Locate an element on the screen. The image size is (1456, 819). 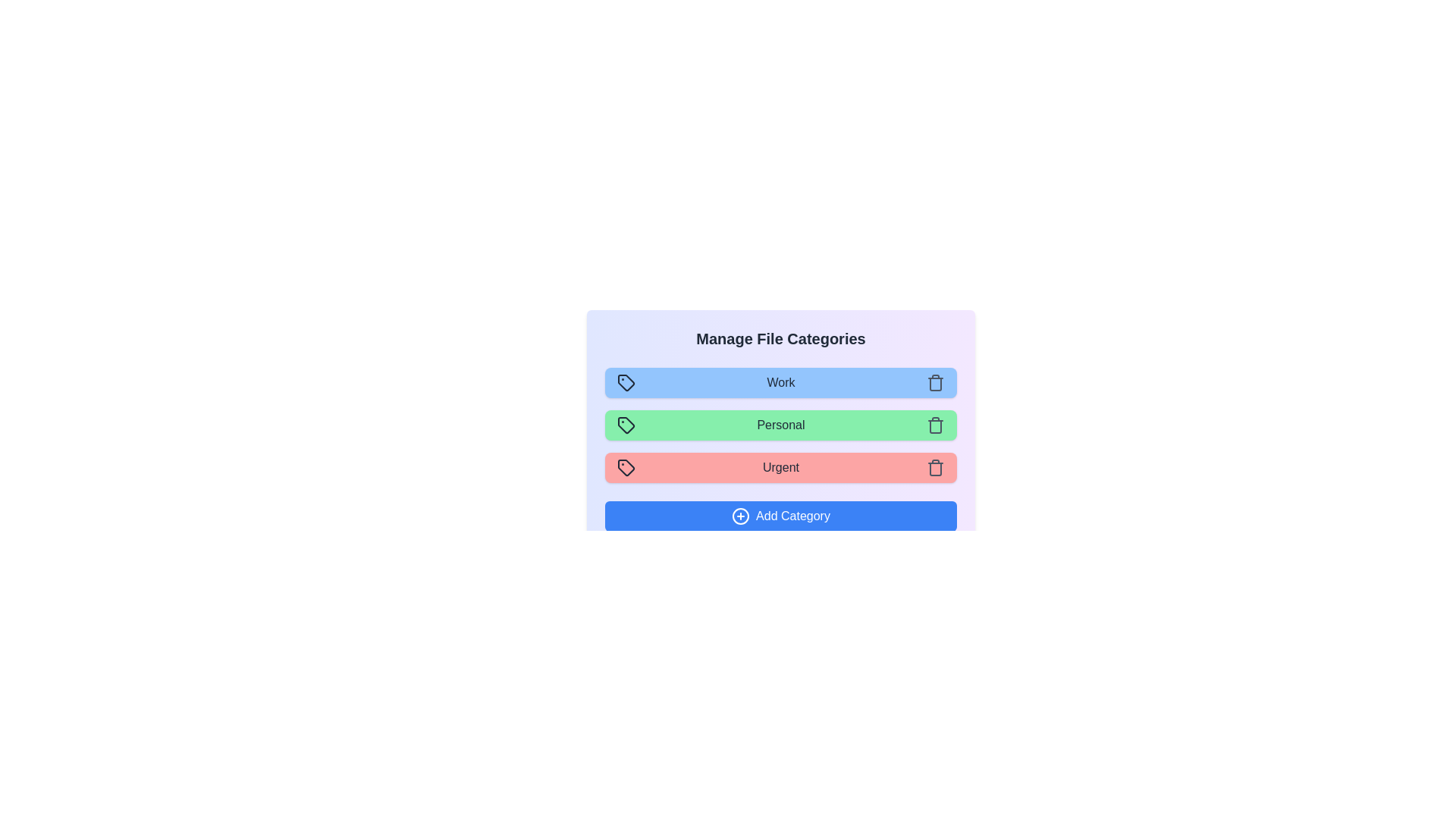
the category Work to observe its hover effect is located at coordinates (781, 382).